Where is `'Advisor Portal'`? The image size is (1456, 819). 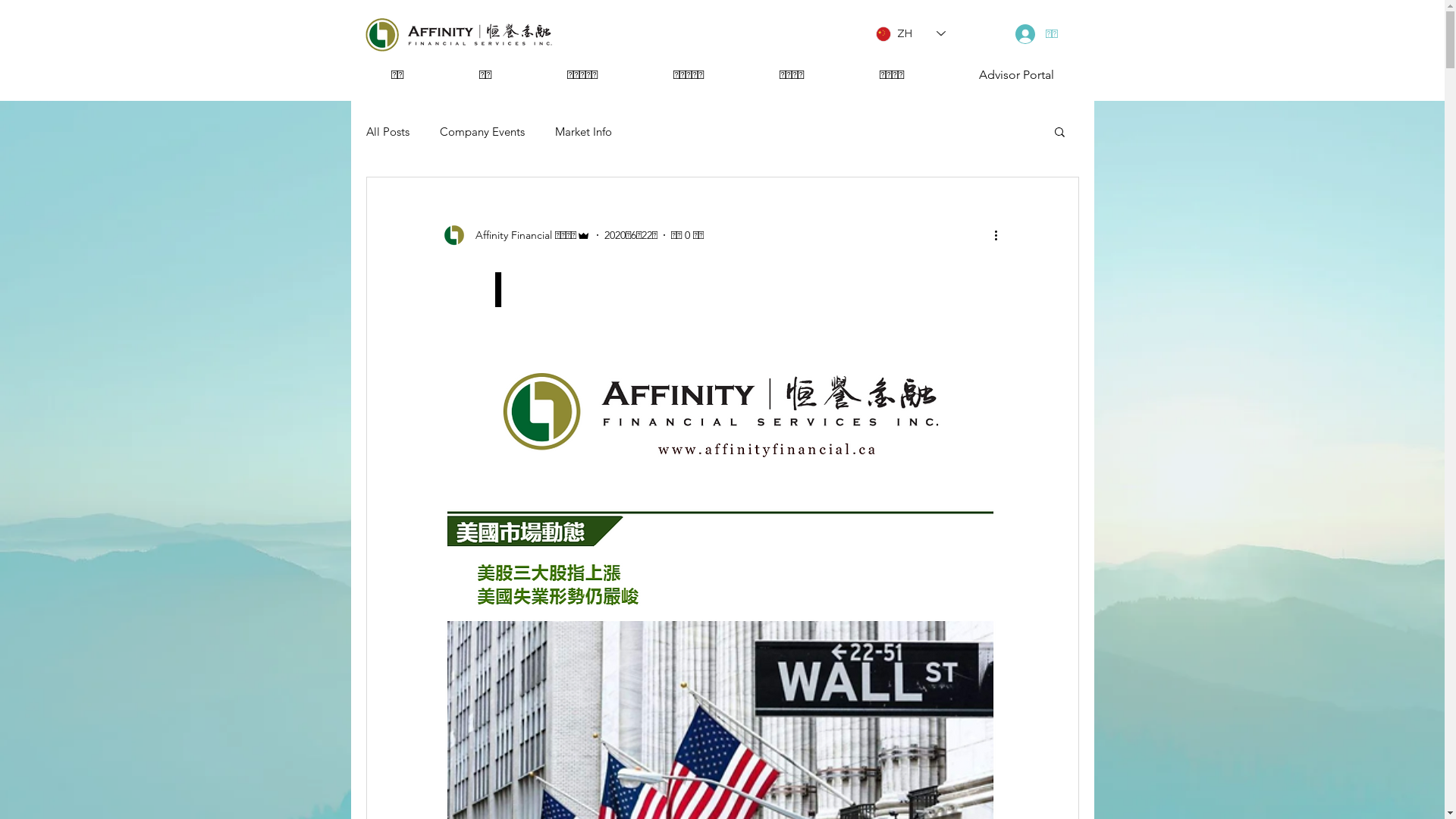 'Advisor Portal' is located at coordinates (1016, 74).